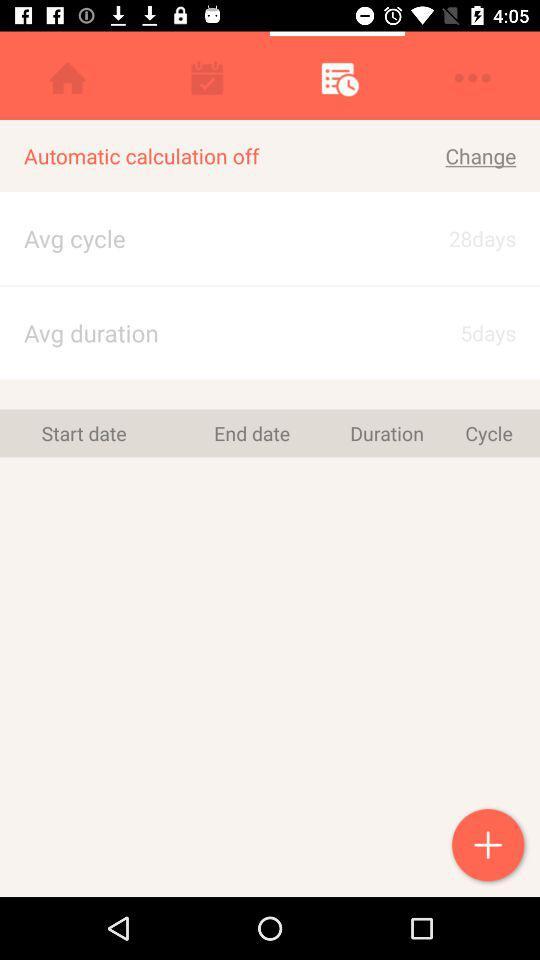 Image resolution: width=540 pixels, height=960 pixels. Describe the element at coordinates (489, 846) in the screenshot. I see `menstrual cycle` at that location.